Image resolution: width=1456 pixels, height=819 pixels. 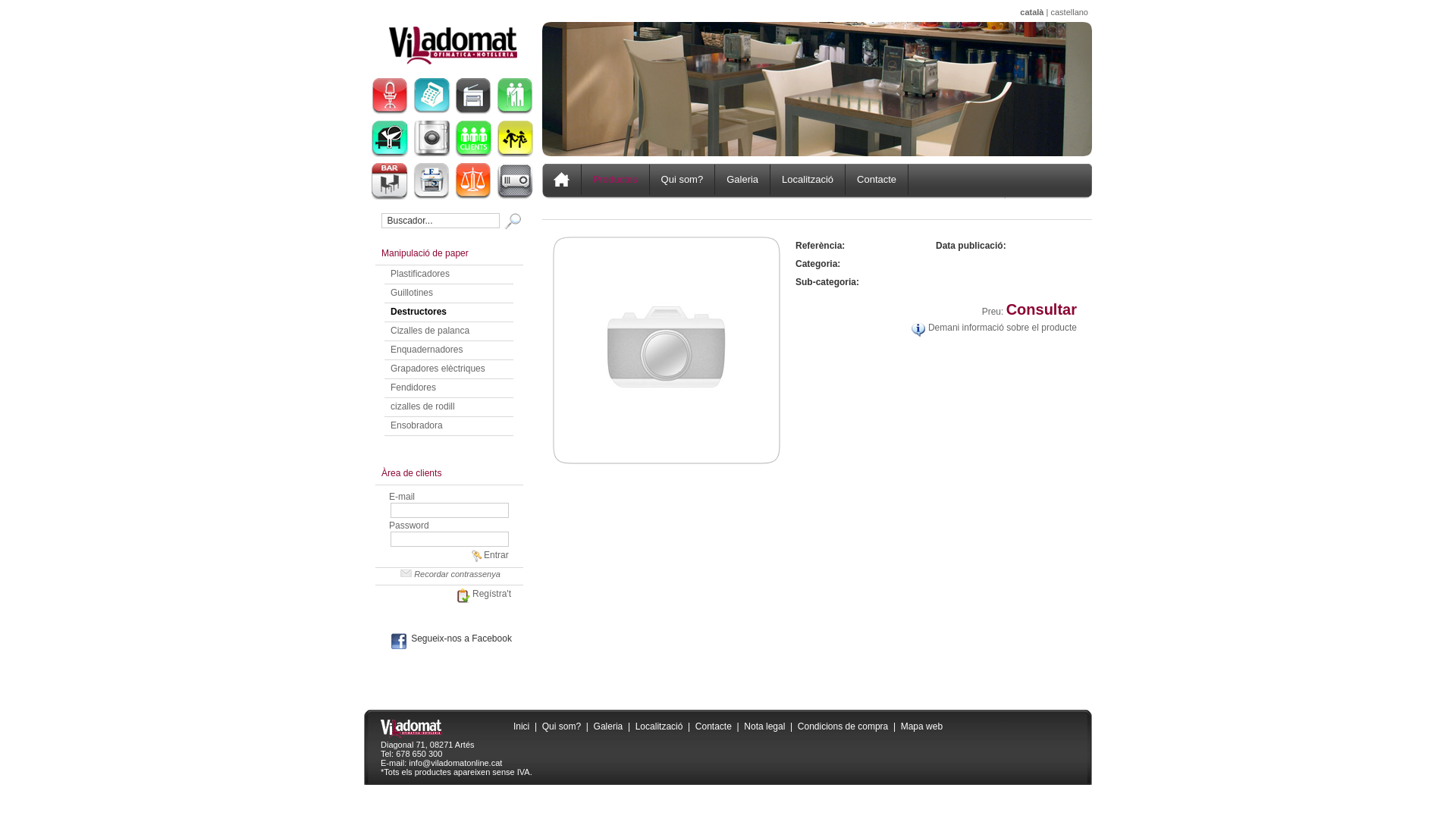 I want to click on 'Qui som?', so click(x=682, y=178).